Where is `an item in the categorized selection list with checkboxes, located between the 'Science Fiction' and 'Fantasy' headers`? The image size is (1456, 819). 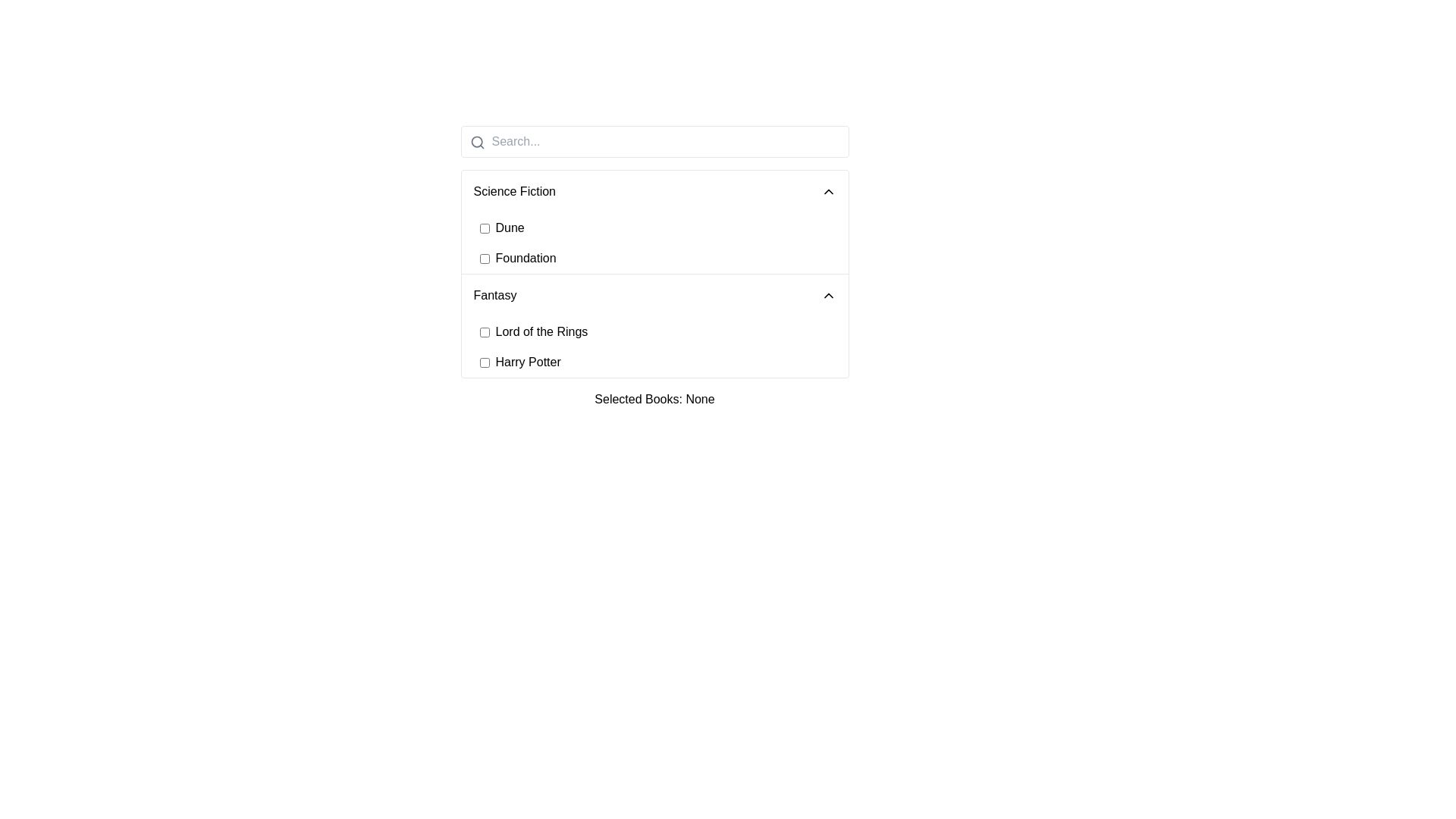 an item in the categorized selection list with checkboxes, located between the 'Science Fiction' and 'Fantasy' headers is located at coordinates (654, 266).